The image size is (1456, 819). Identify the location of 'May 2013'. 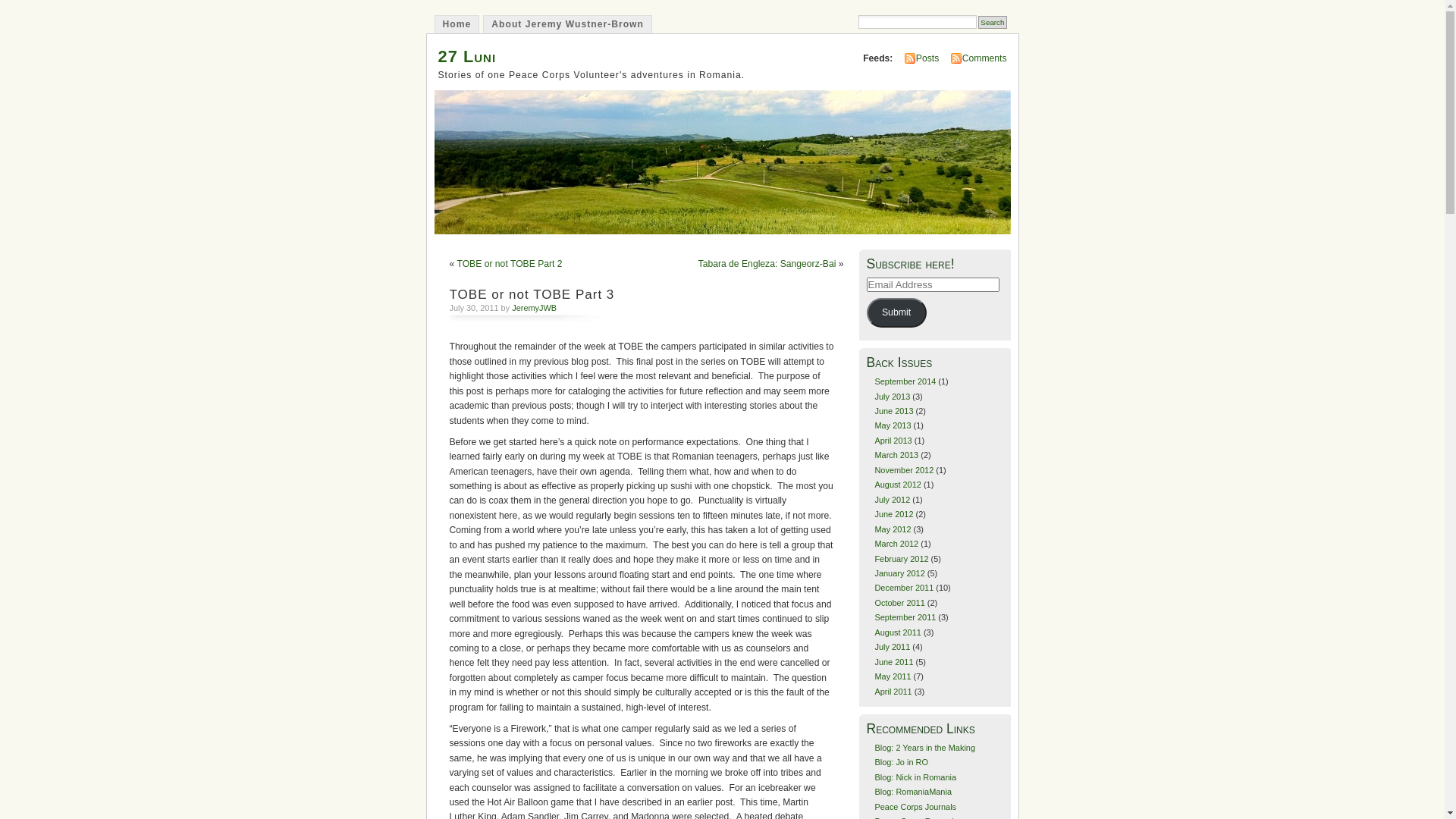
(892, 425).